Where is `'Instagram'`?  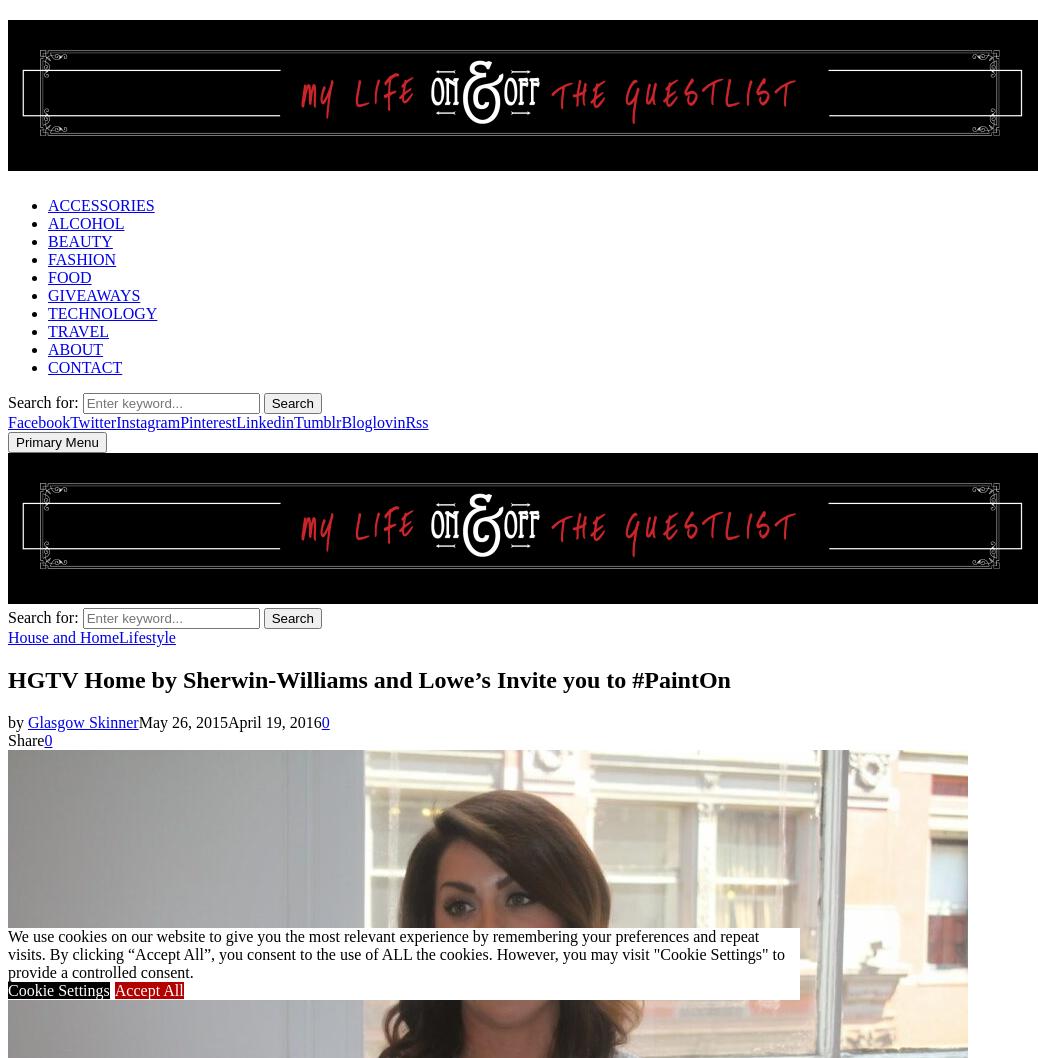 'Instagram' is located at coordinates (147, 421).